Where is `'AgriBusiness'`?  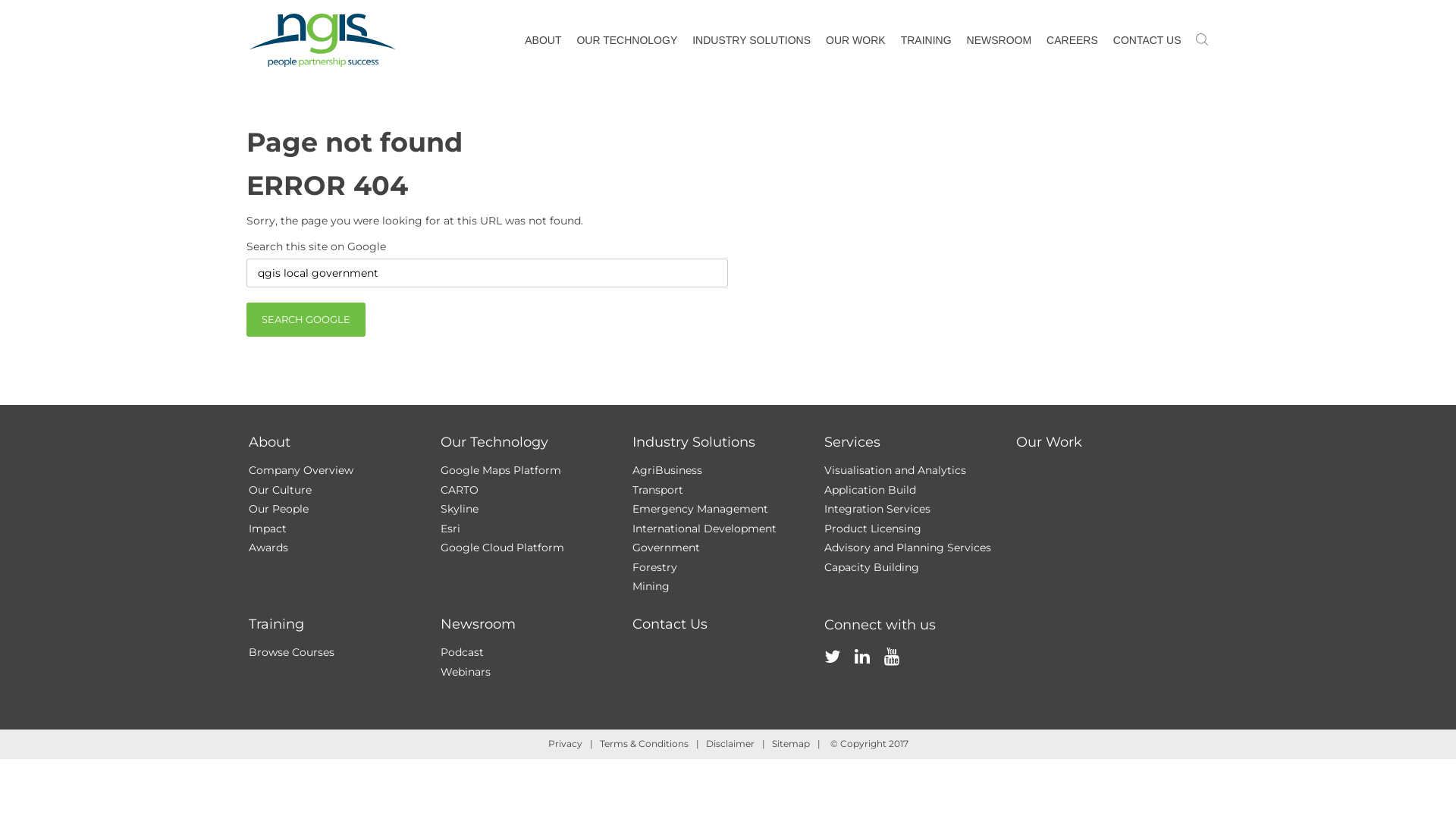
'AgriBusiness' is located at coordinates (632, 469).